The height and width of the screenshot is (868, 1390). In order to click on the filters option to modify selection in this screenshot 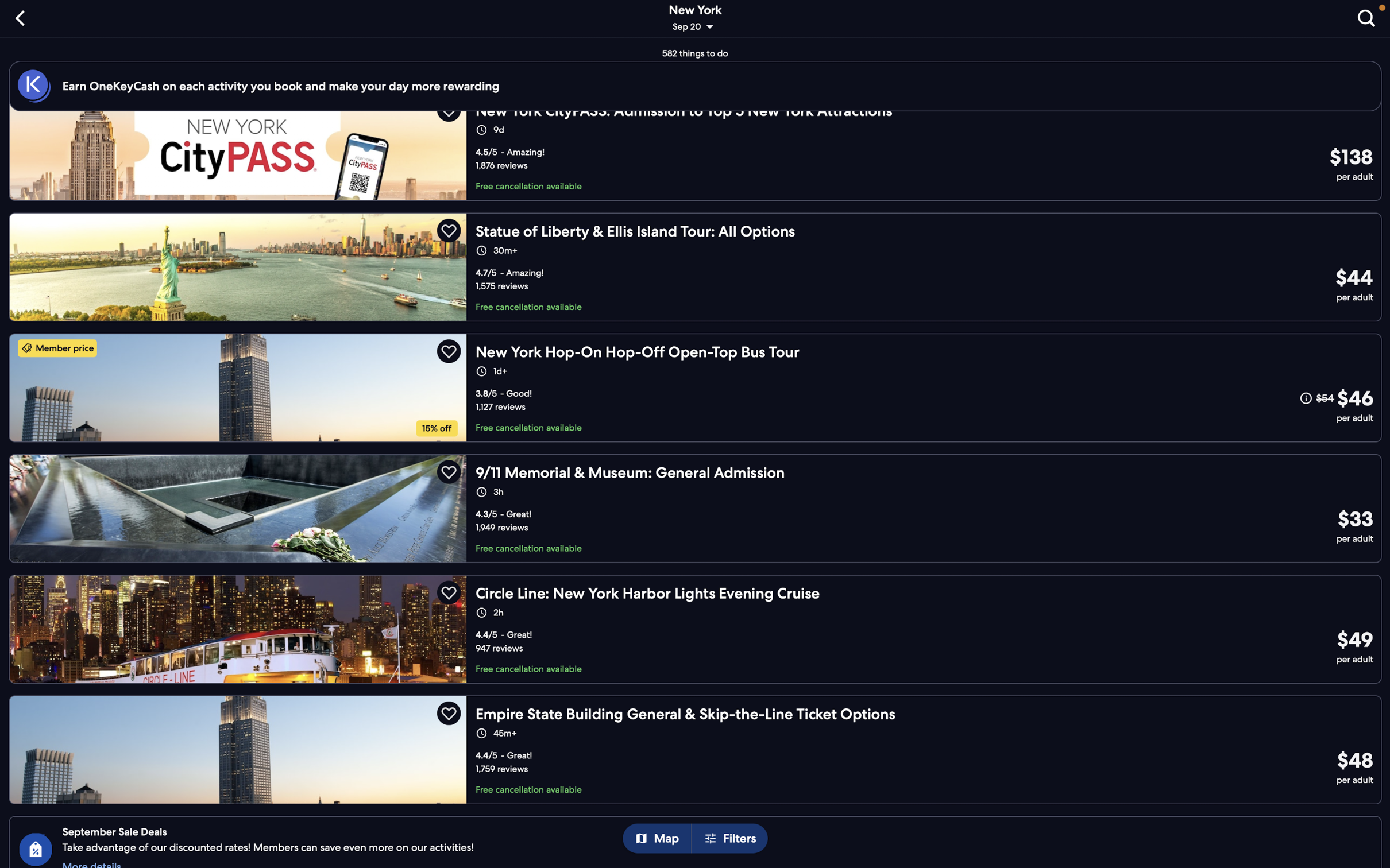, I will do `click(733, 839)`.